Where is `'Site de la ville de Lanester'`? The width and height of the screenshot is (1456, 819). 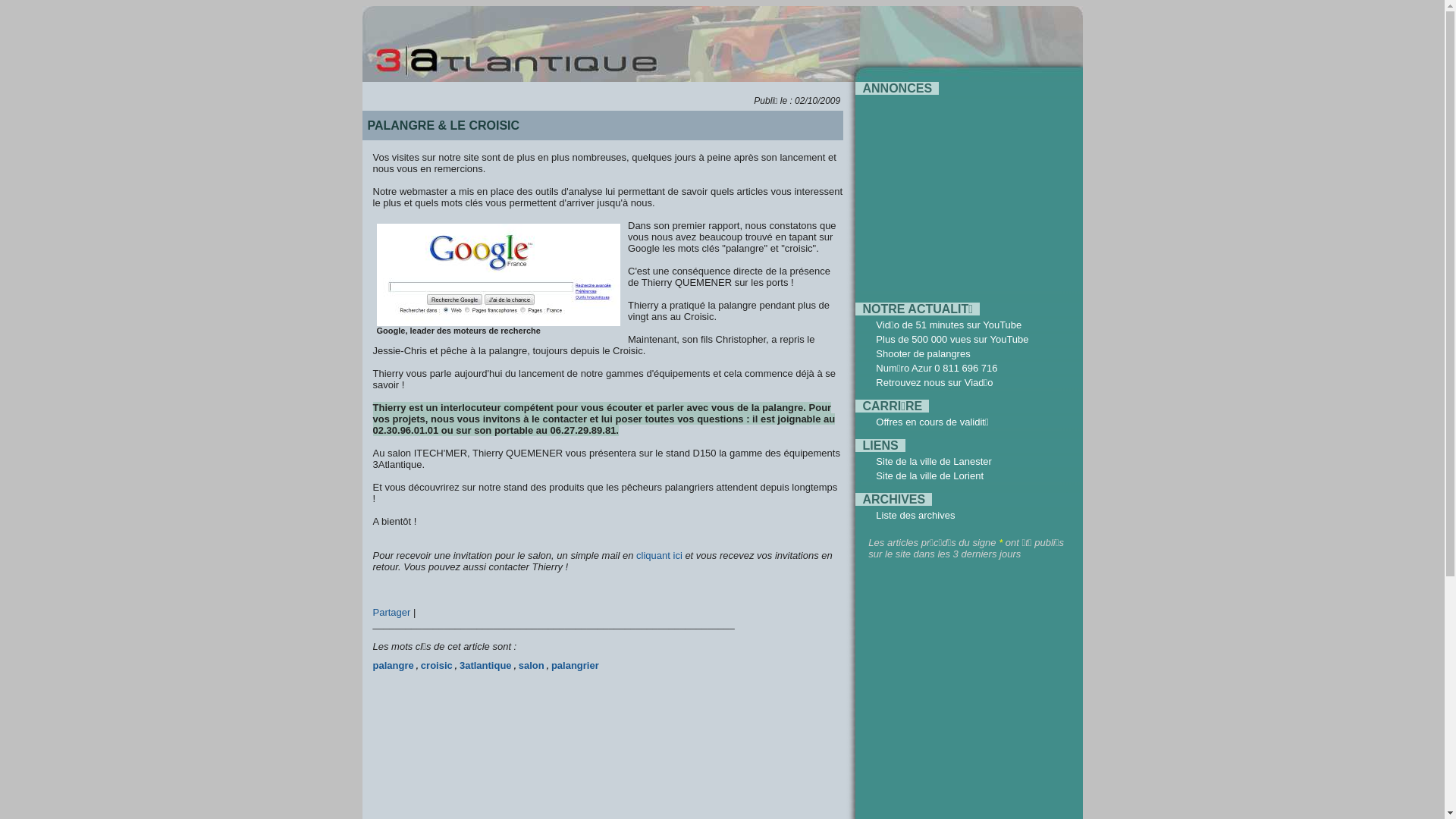 'Site de la ville de Lanester' is located at coordinates (876, 460).